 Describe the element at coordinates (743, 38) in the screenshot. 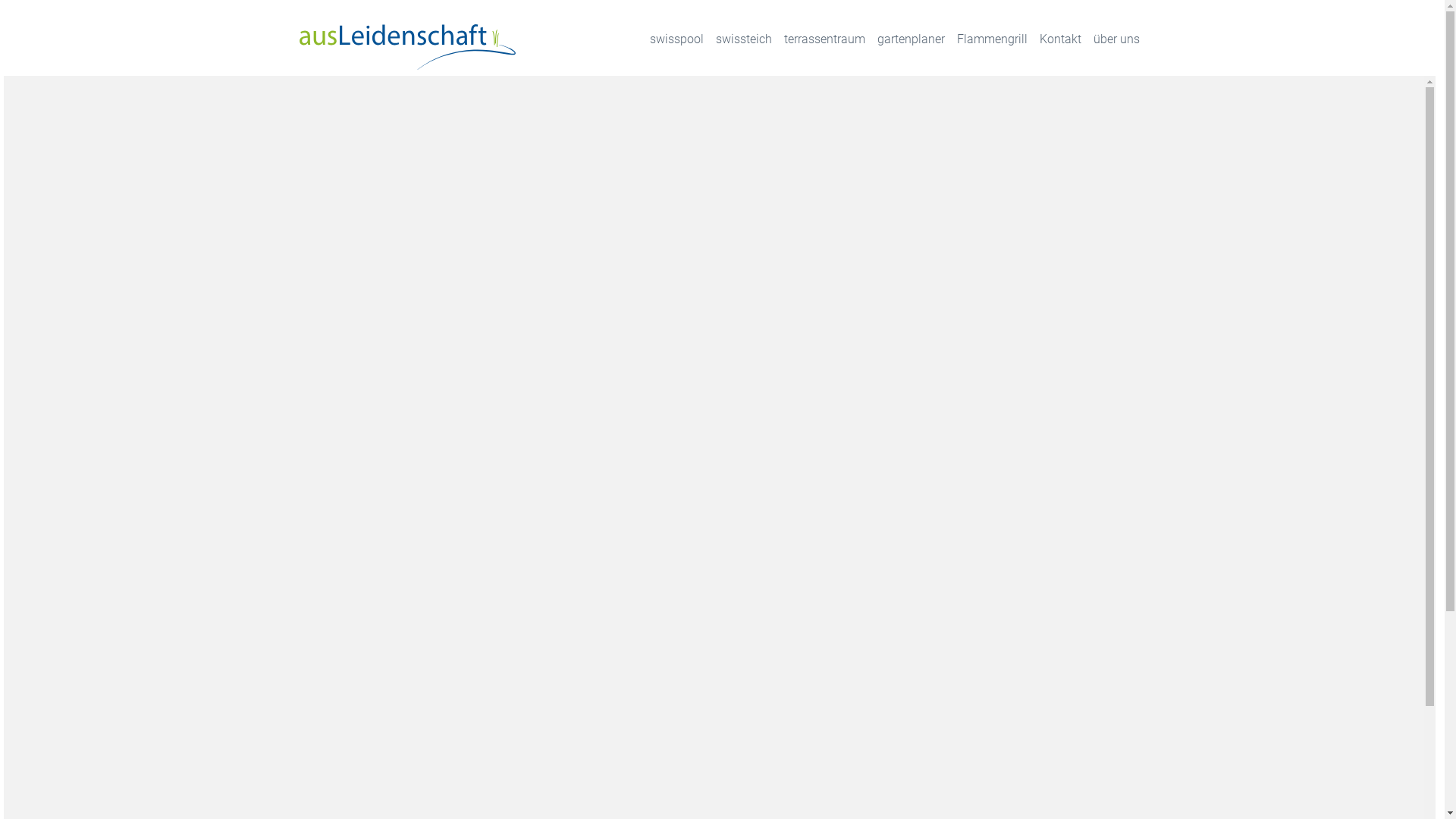

I see `'swissteich'` at that location.